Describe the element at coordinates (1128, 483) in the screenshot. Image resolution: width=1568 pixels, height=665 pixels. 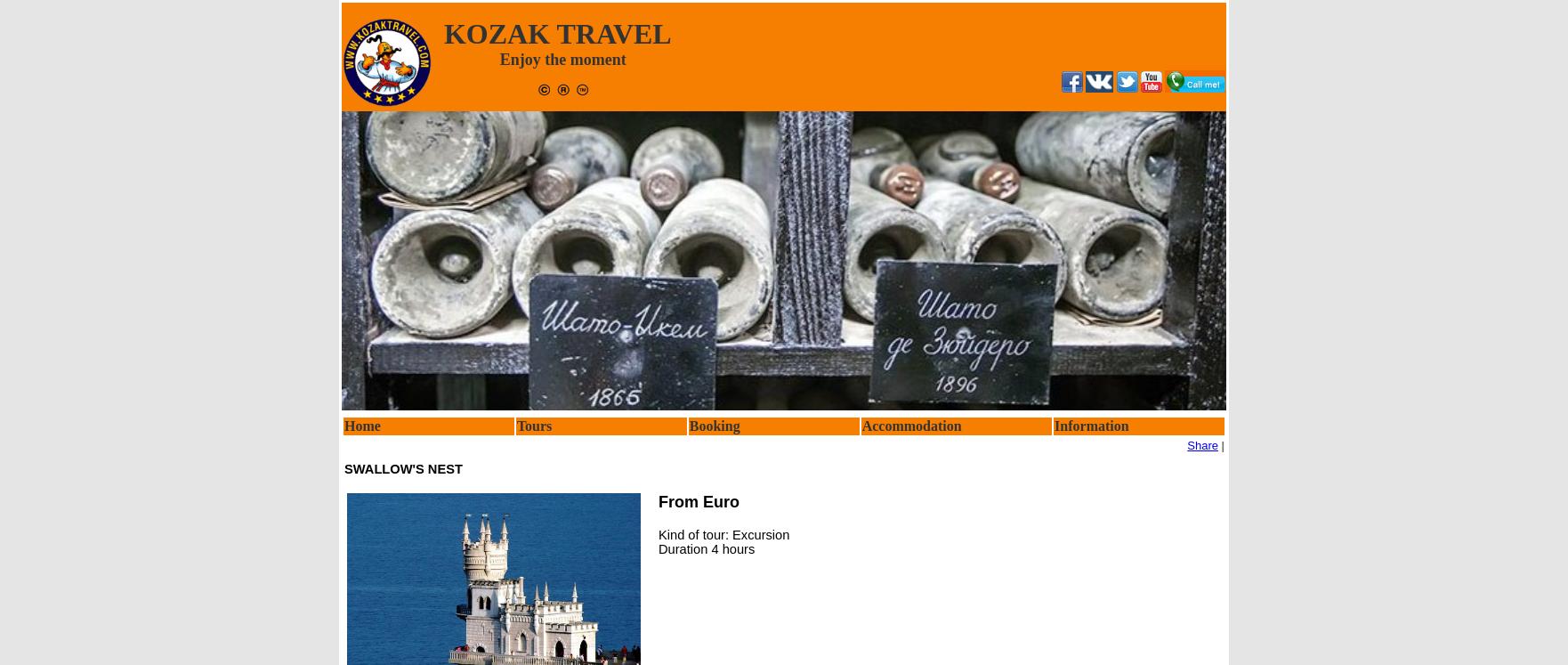
I see `'Travel, flights and Visa'` at that location.